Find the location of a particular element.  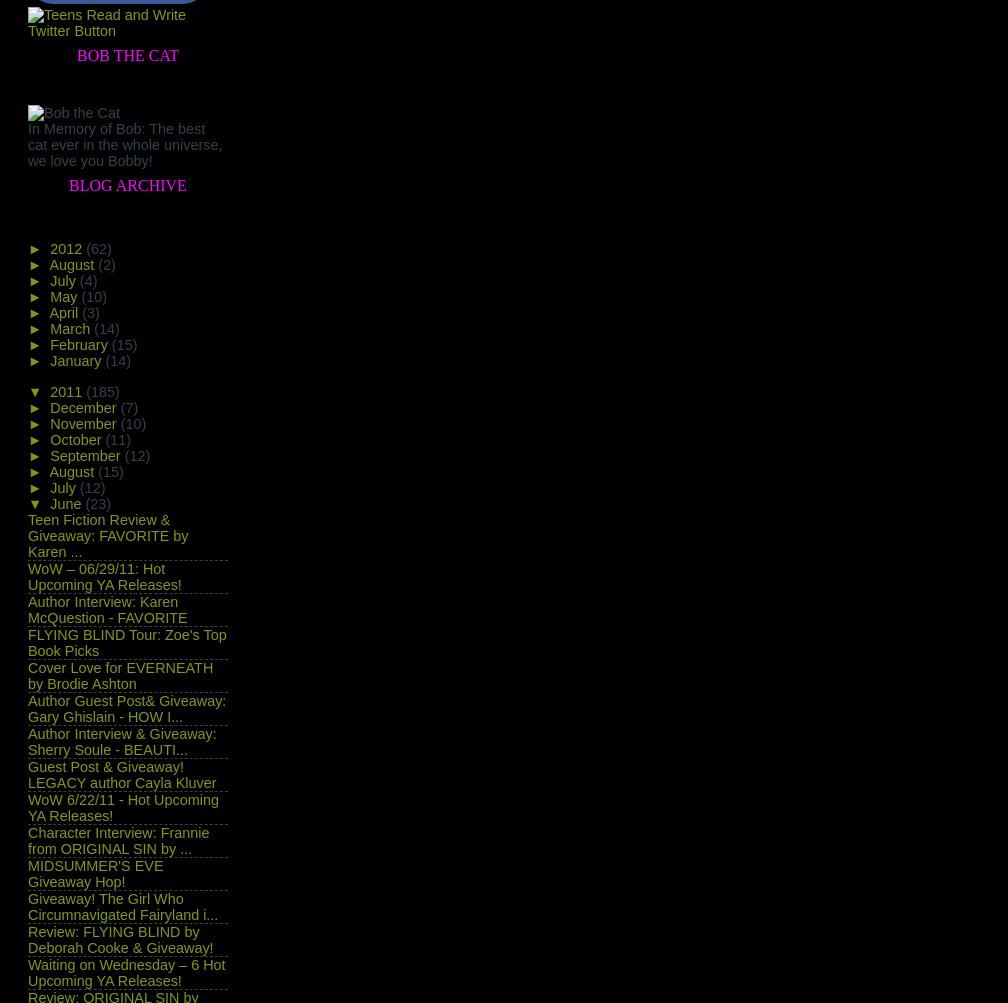

'In Memory of Bob: The best cat ever in the whole universe, we love you Bobby!' is located at coordinates (124, 143).